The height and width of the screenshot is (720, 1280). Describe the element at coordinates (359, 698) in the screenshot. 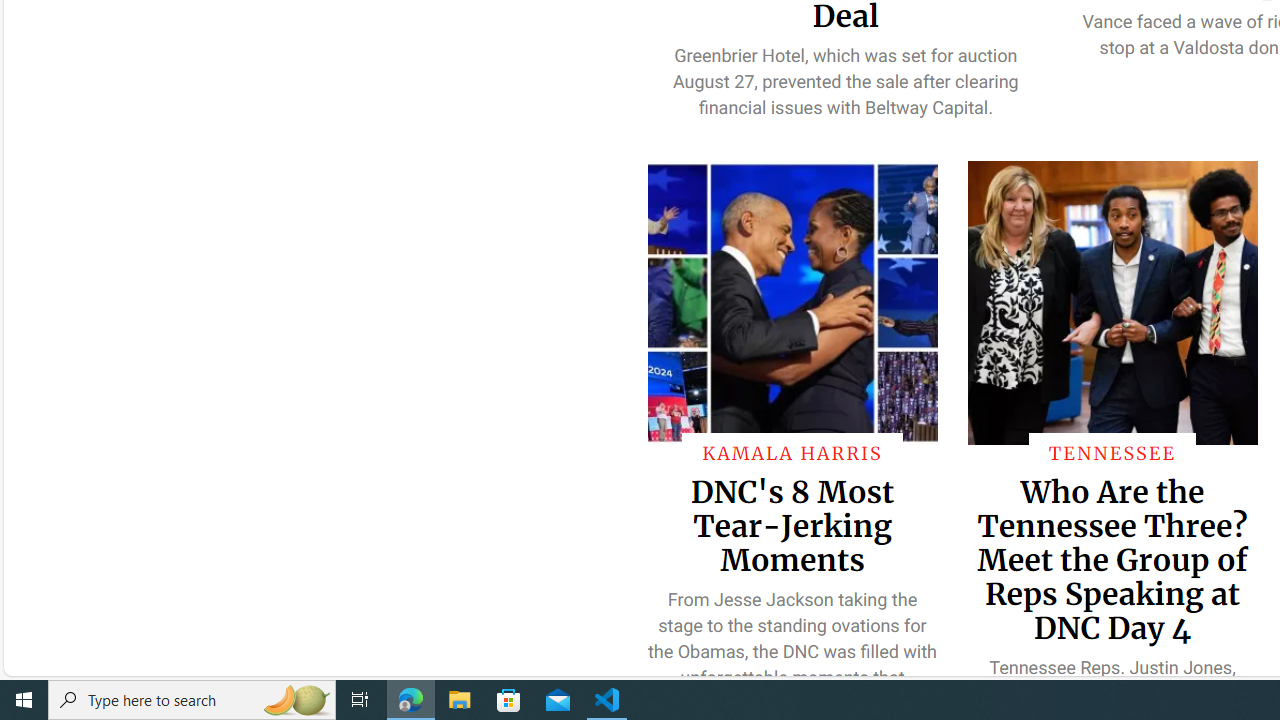

I see `'Task View'` at that location.